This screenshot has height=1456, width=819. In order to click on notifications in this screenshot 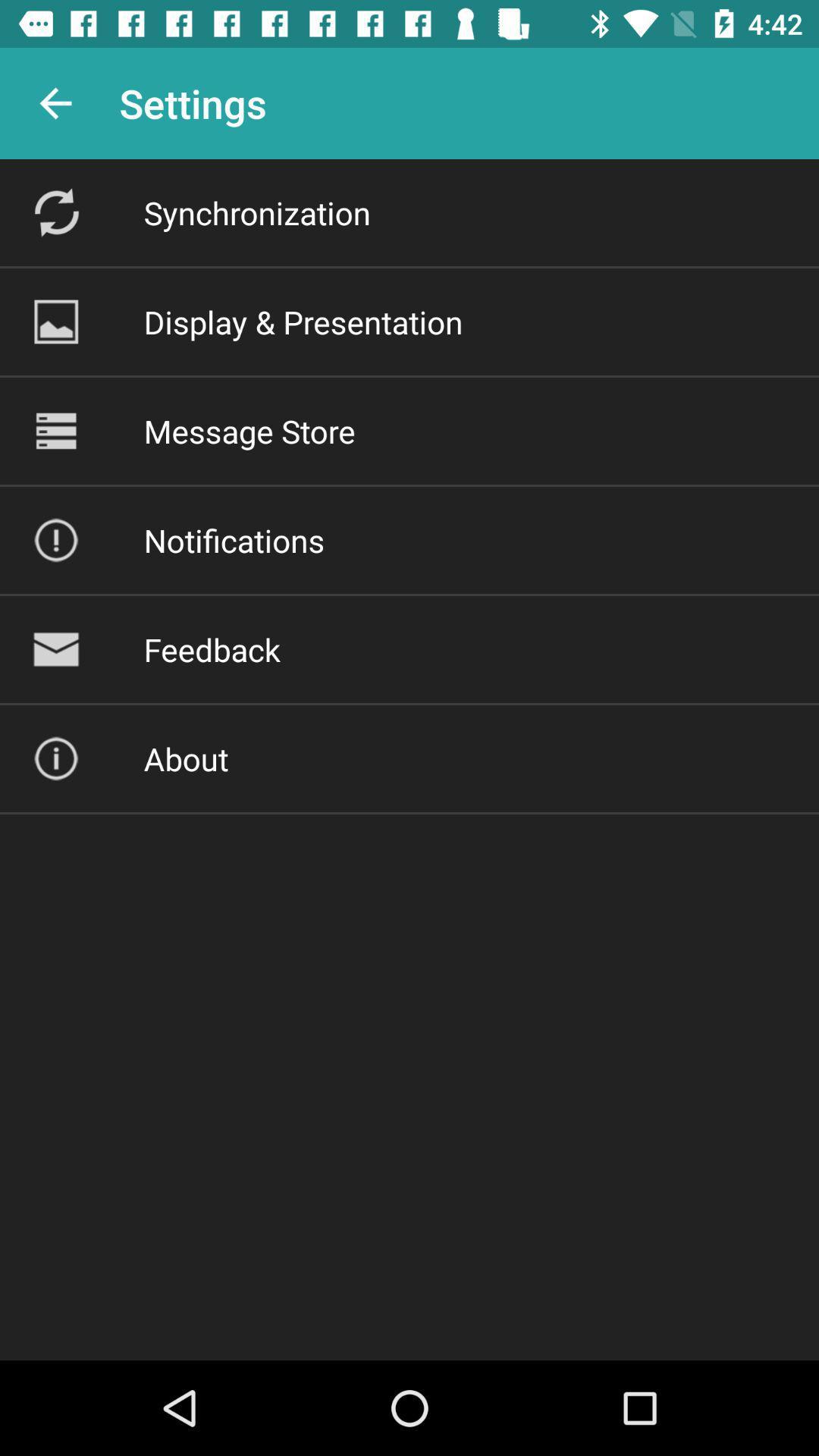, I will do `click(234, 540)`.